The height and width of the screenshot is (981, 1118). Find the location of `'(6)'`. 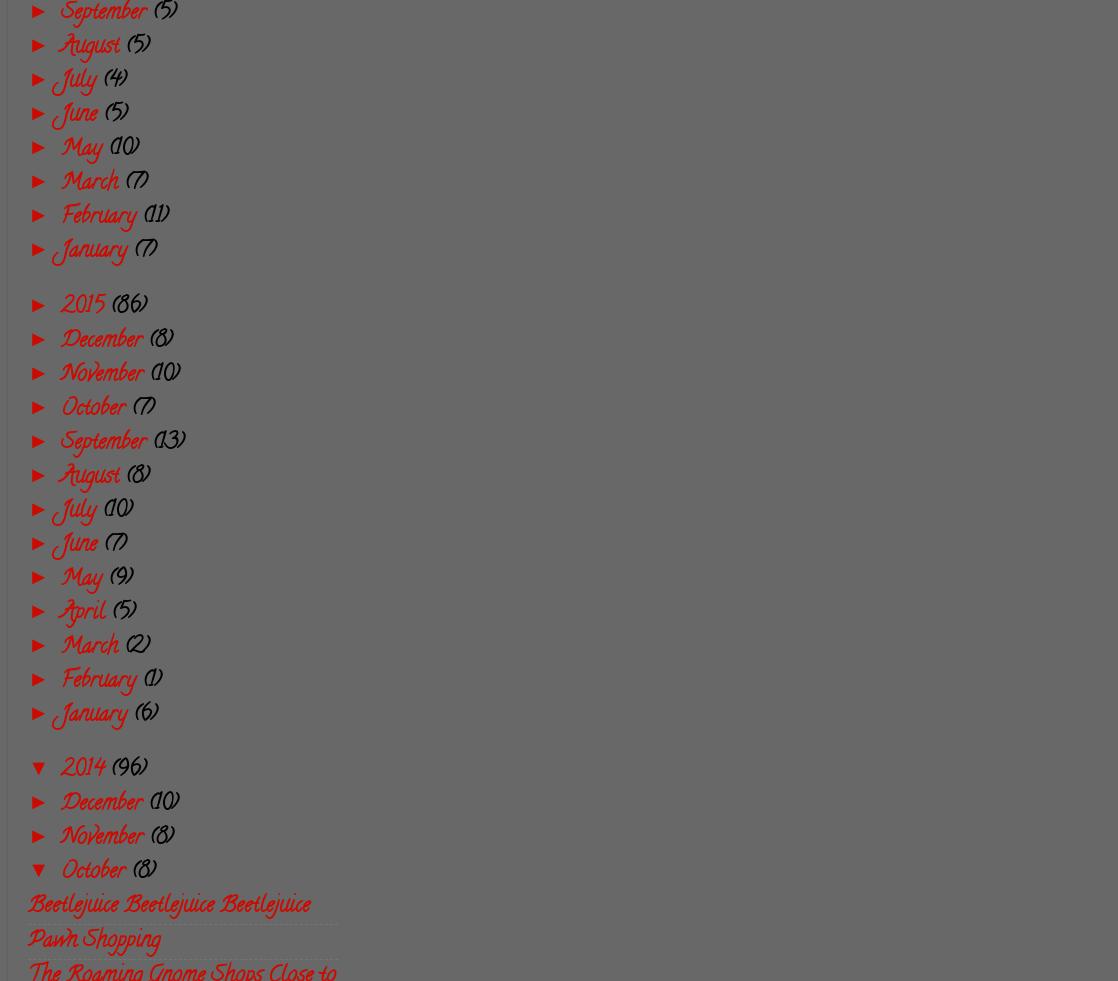

'(6)' is located at coordinates (145, 714).